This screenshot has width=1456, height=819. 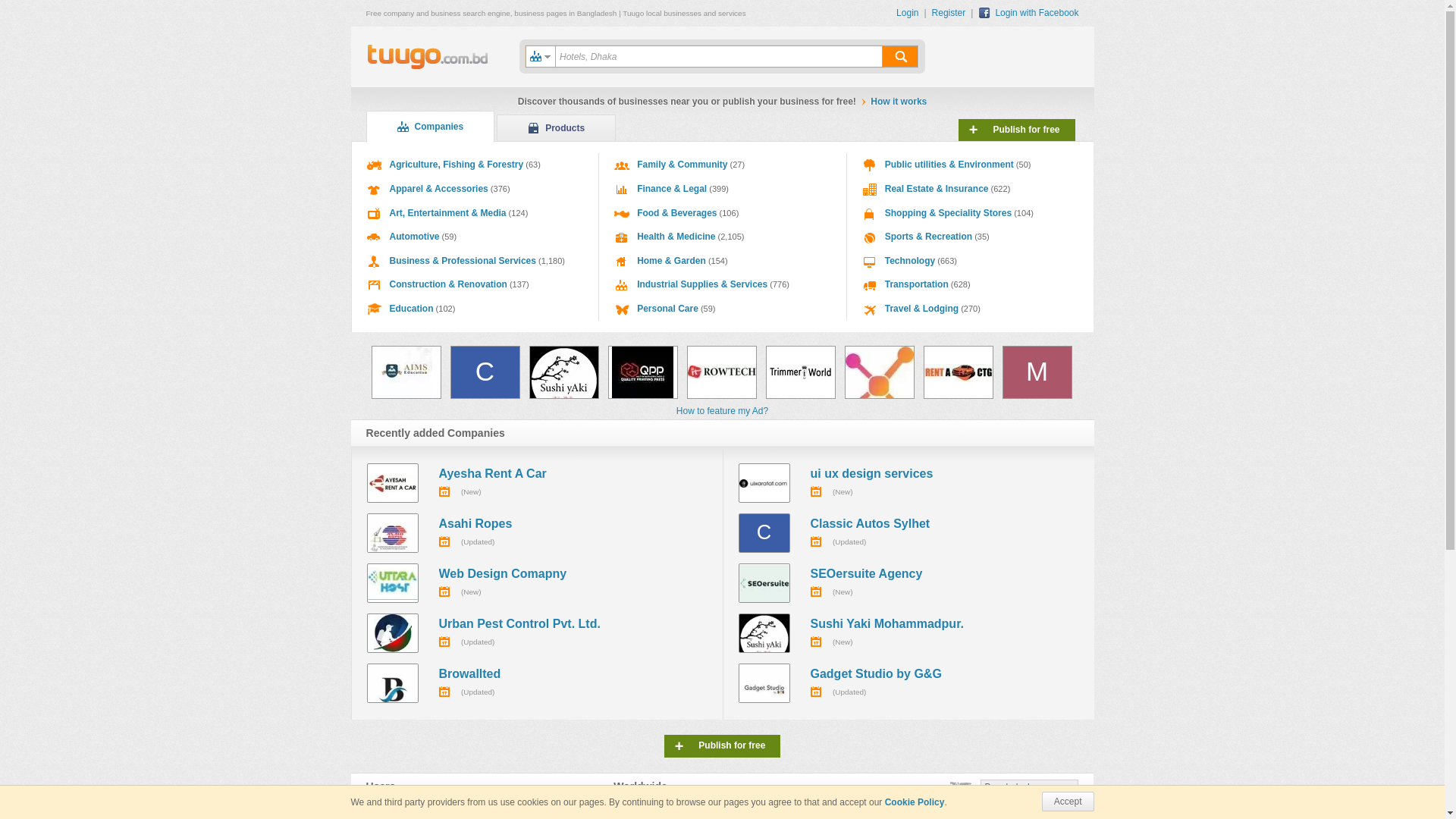 I want to click on ' Business & Professional Services (1,180)', so click(x=475, y=260).